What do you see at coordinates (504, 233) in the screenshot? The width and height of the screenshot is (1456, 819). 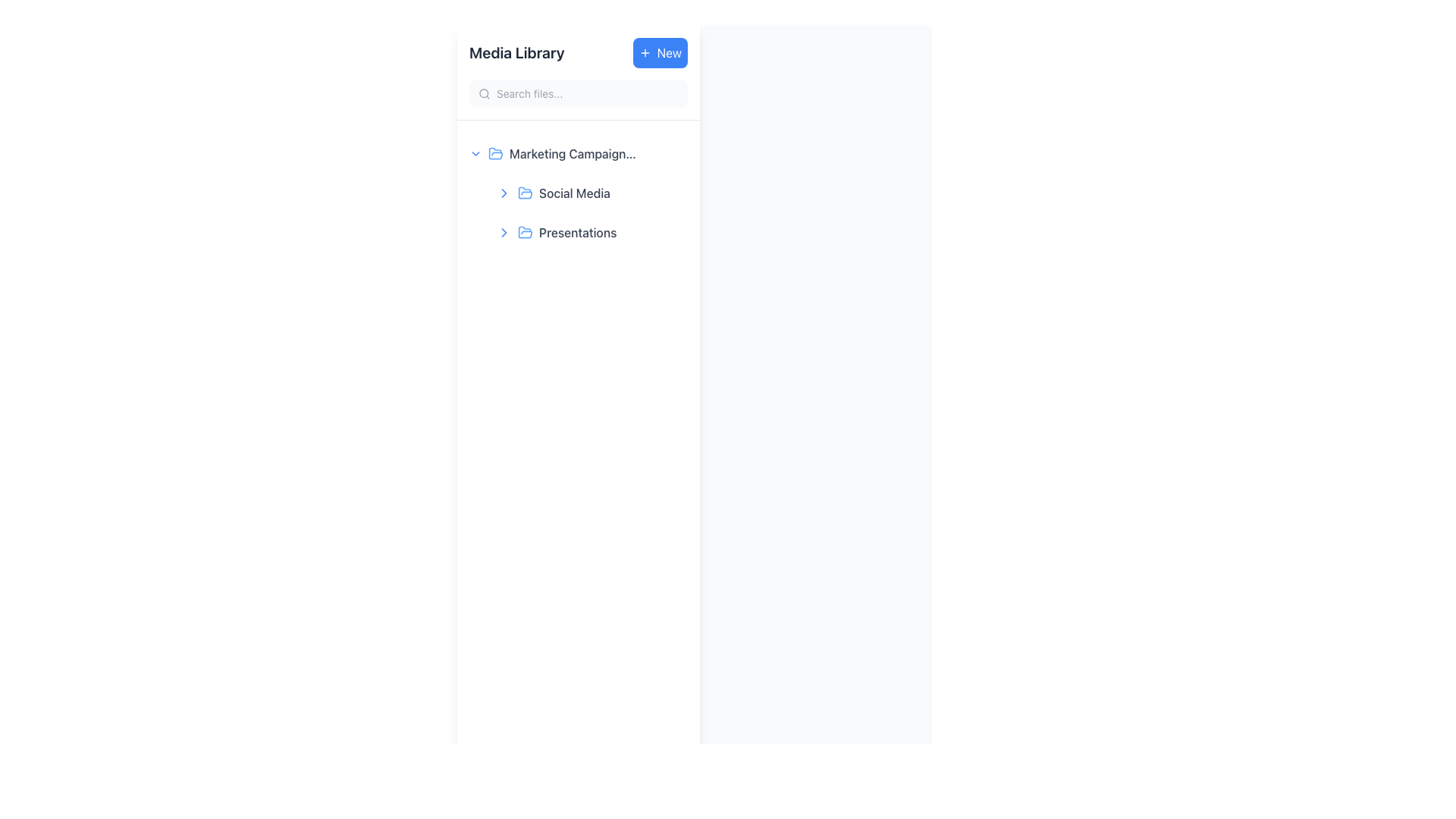 I see `the Chevron Downward Icon located in the left navigation panel` at bounding box center [504, 233].